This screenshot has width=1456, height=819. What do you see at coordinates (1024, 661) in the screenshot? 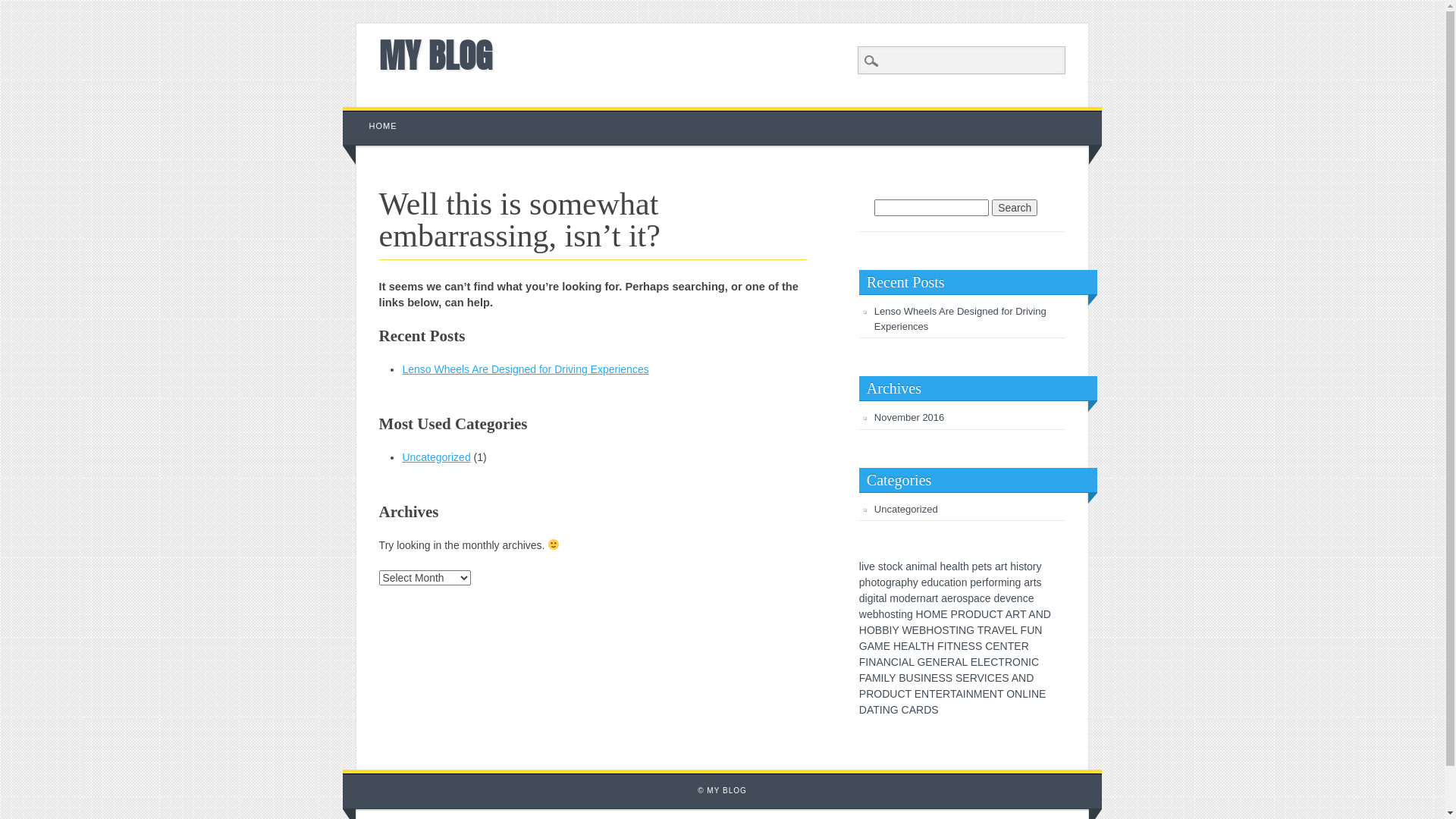
I see `'N'` at bounding box center [1024, 661].